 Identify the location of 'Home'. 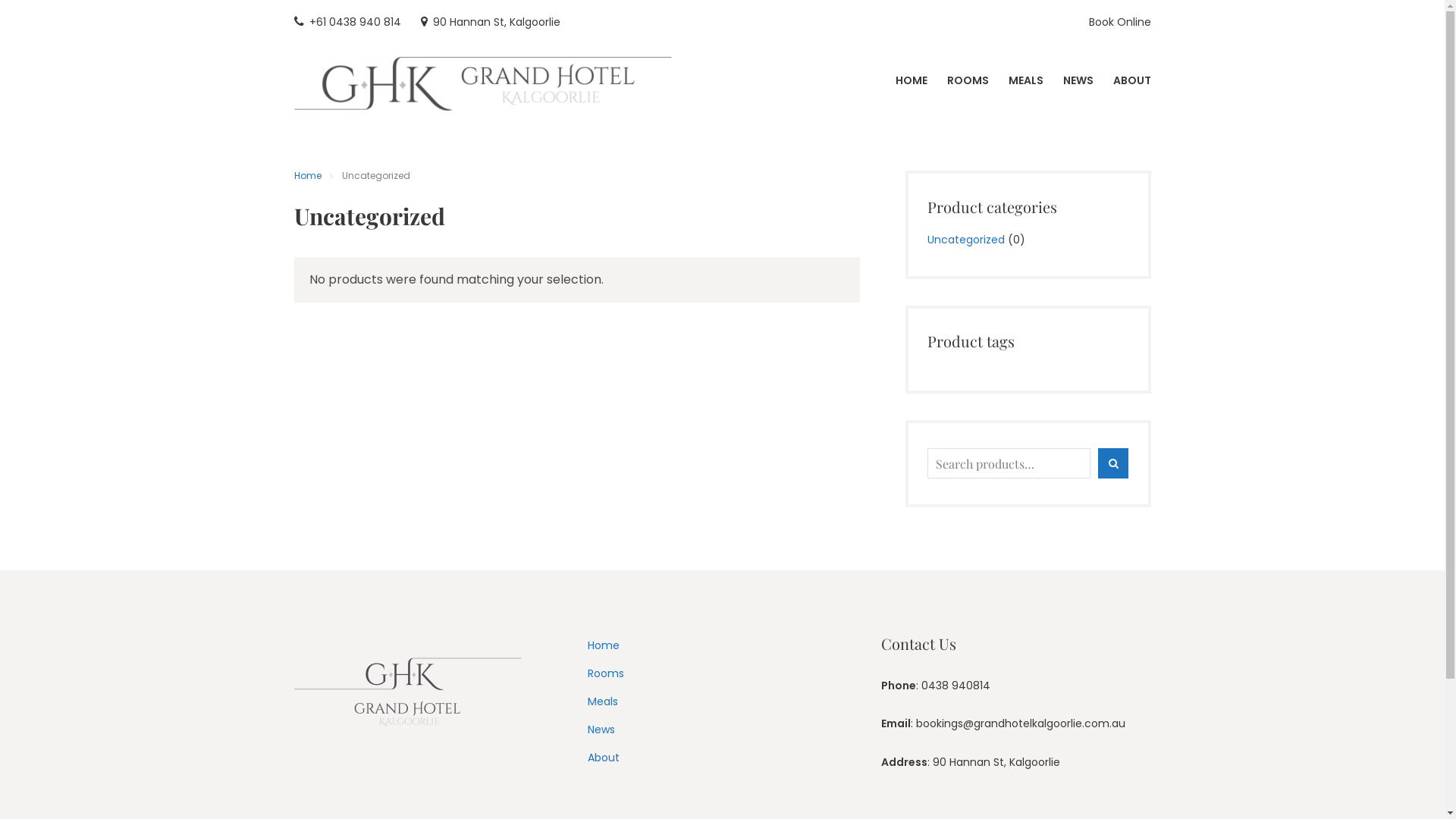
(307, 174).